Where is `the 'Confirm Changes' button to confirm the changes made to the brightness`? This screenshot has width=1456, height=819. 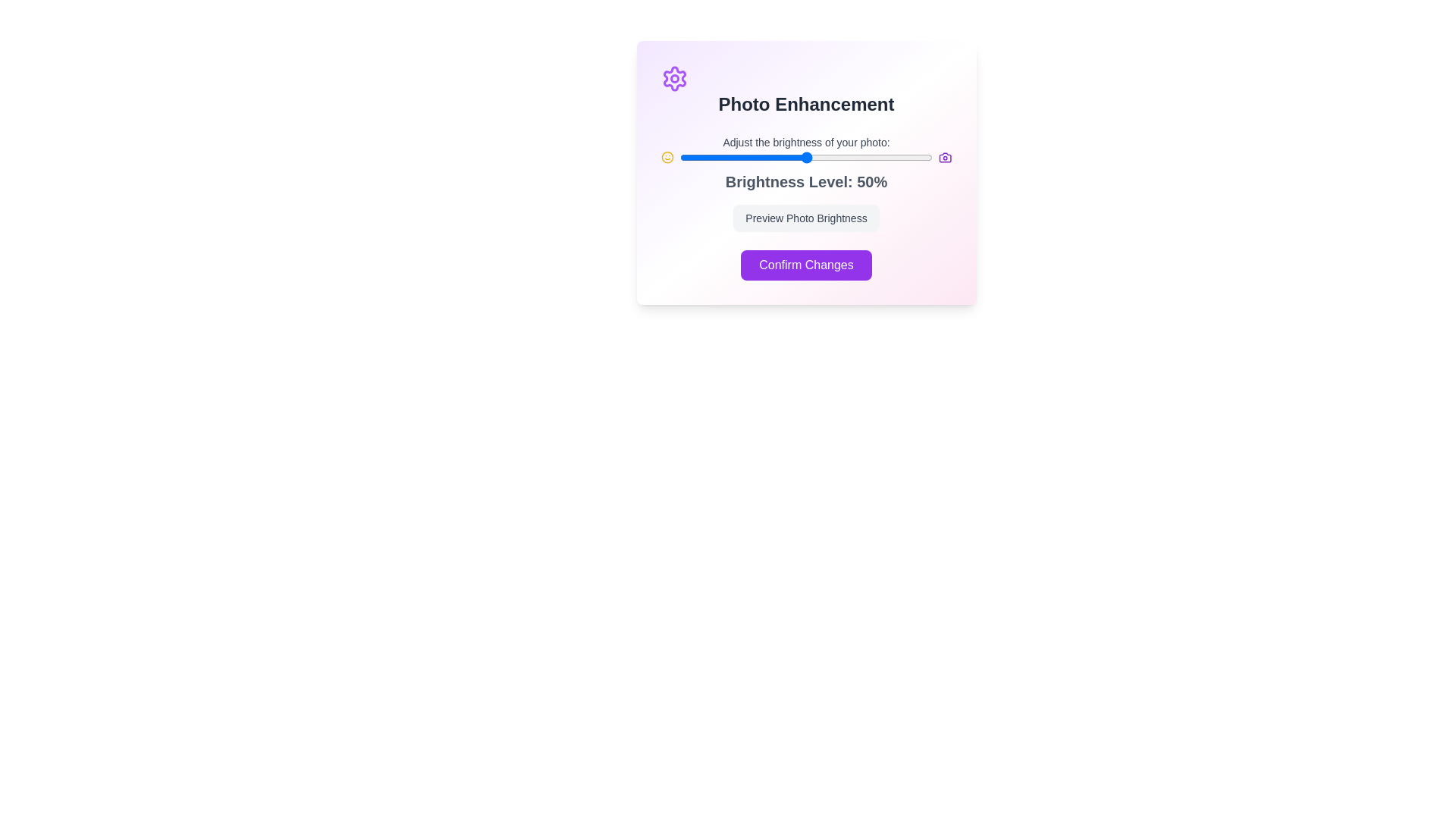
the 'Confirm Changes' button to confirm the changes made to the brightness is located at coordinates (805, 265).